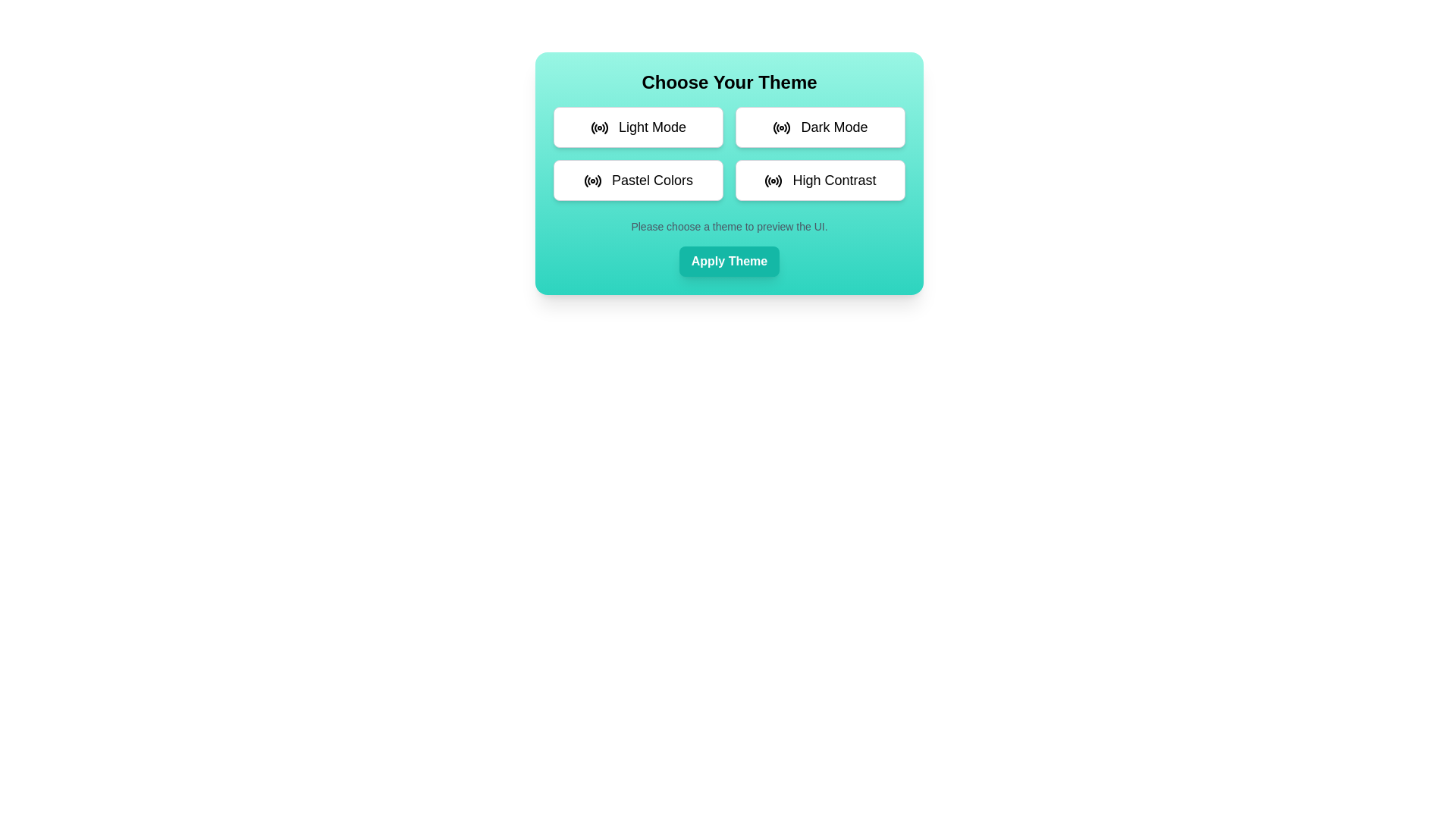 Image resolution: width=1456 pixels, height=819 pixels. Describe the element at coordinates (599, 127) in the screenshot. I see `the decorative radio signal icon located at the left side of the 'Light Mode' button in the upper-left corner of the color scheme selection section` at that location.